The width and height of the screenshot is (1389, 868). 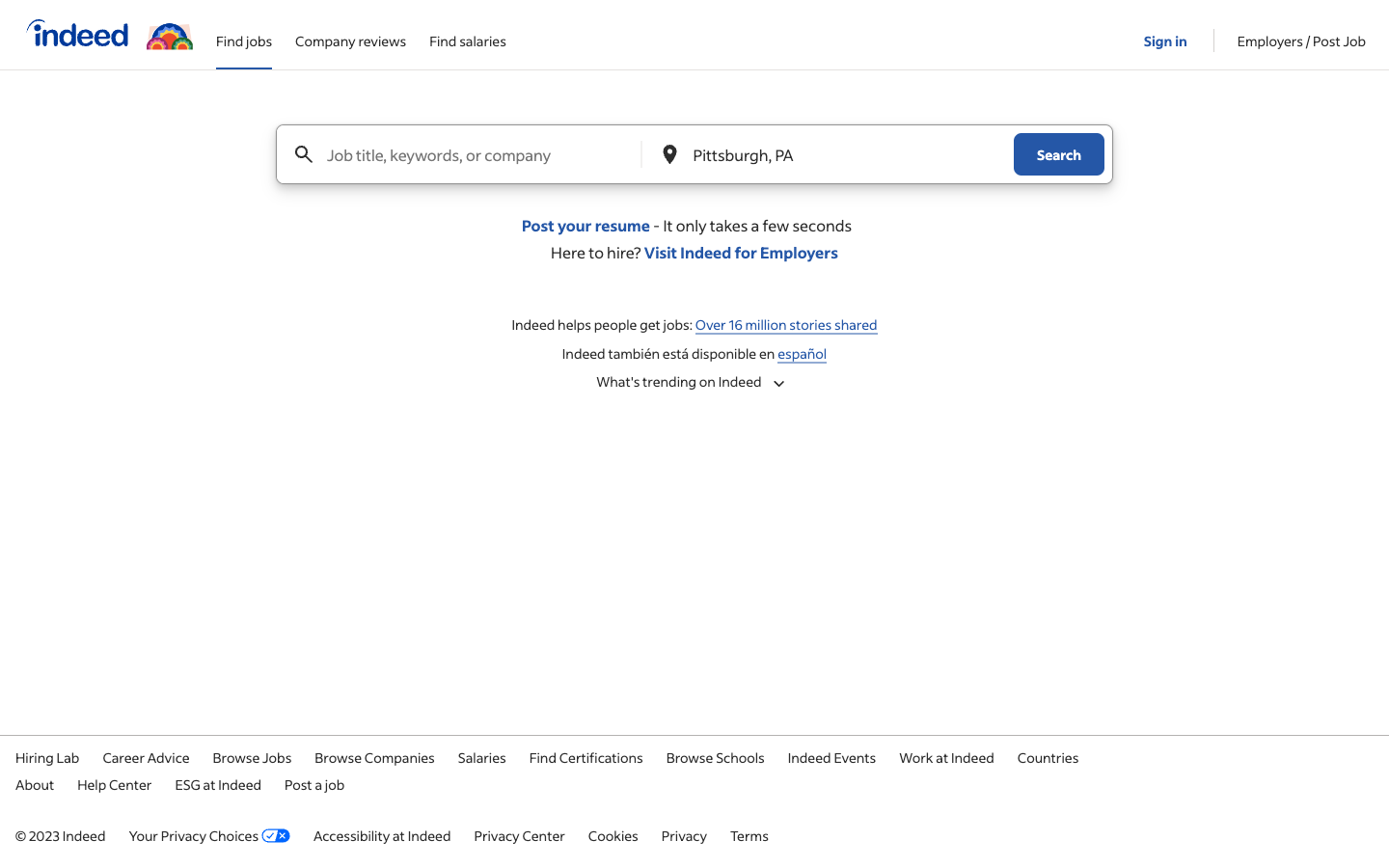 What do you see at coordinates (480, 154) in the screenshot?
I see `Search for Machine Learning Engineer job` at bounding box center [480, 154].